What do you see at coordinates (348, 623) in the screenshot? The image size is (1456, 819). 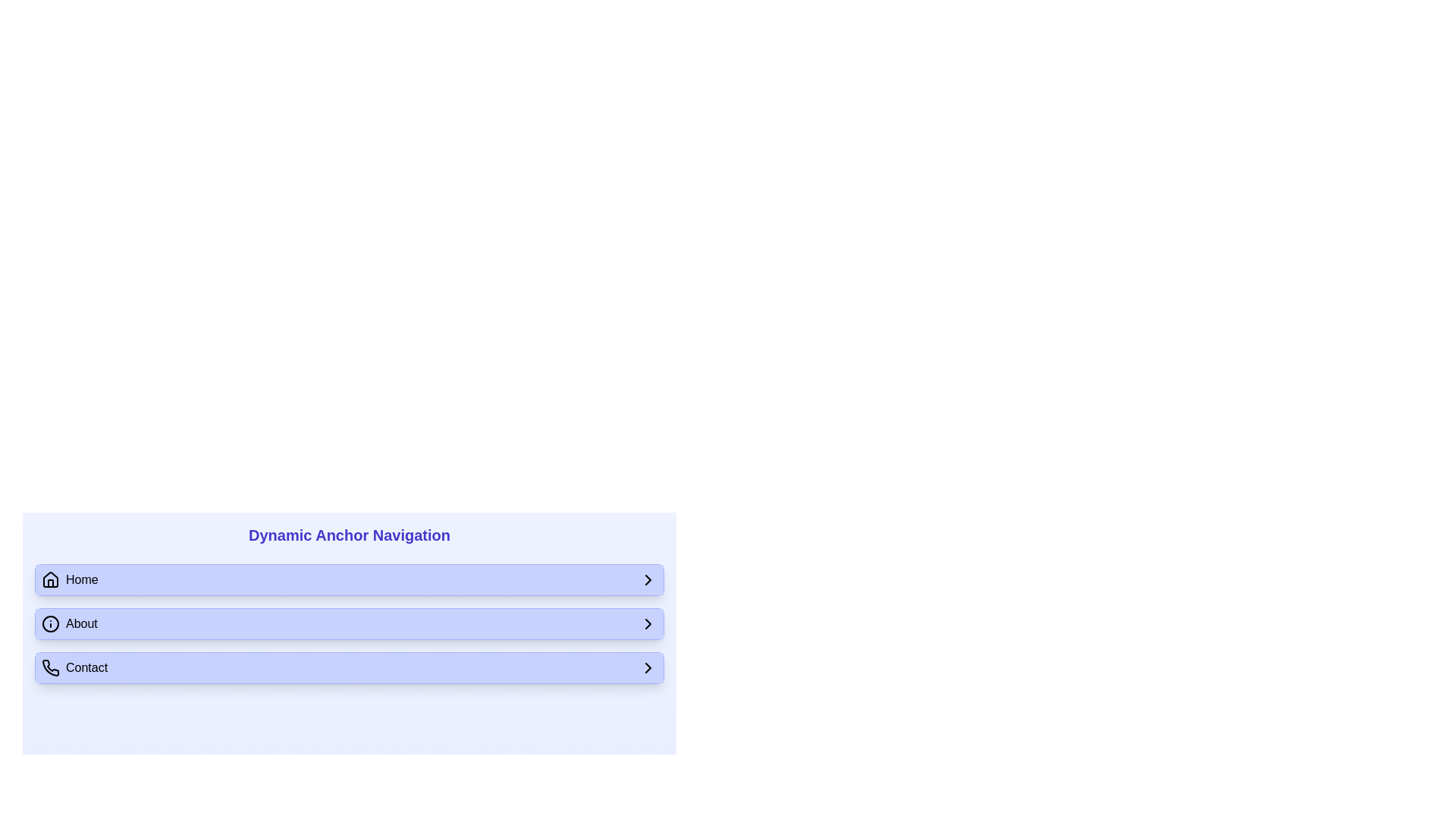 I see `the second item in the vertical navigation menu` at bounding box center [348, 623].